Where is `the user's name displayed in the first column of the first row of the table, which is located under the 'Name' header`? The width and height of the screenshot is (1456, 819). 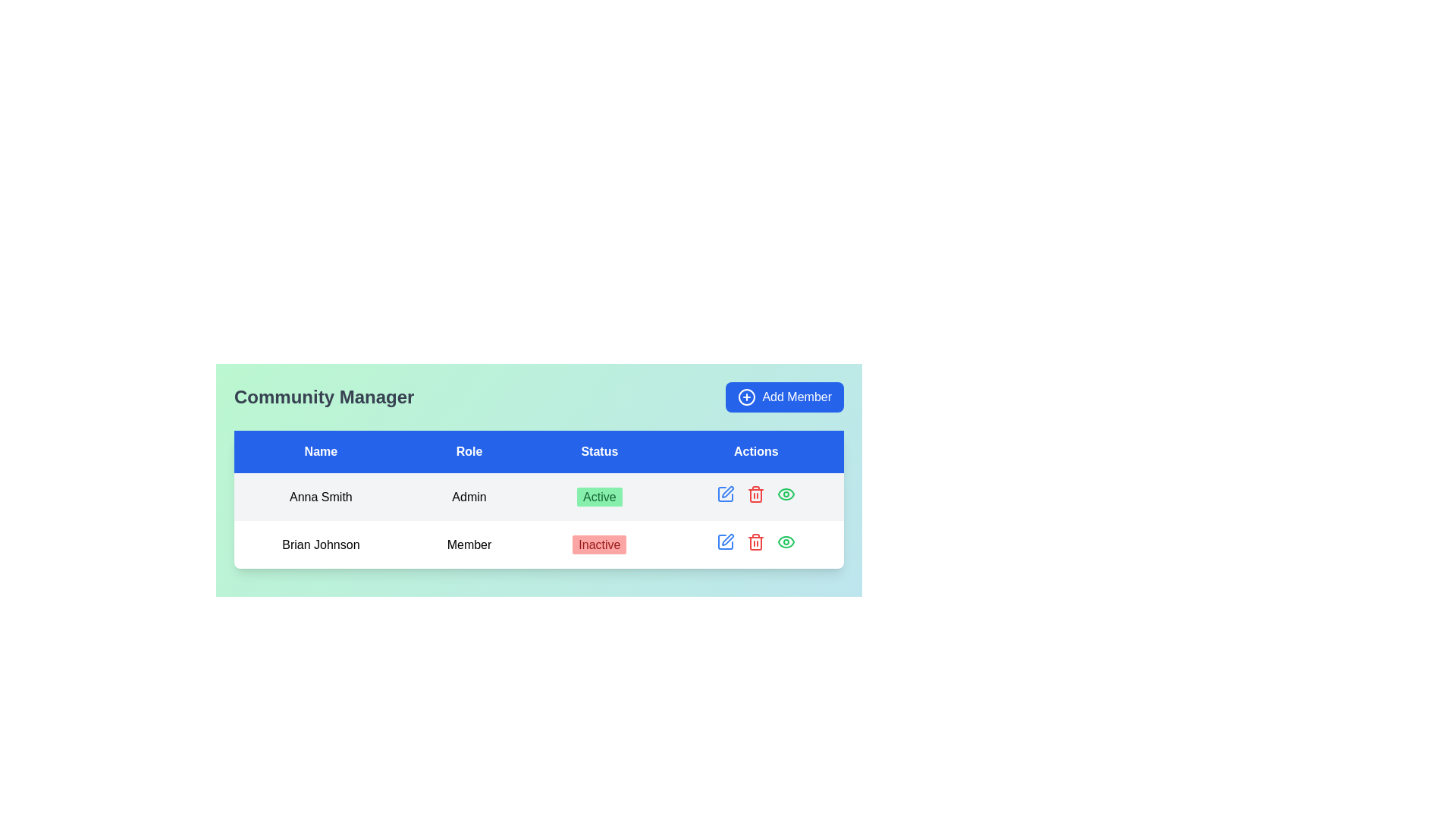
the user's name displayed in the first column of the first row of the table, which is located under the 'Name' header is located at coordinates (320, 497).